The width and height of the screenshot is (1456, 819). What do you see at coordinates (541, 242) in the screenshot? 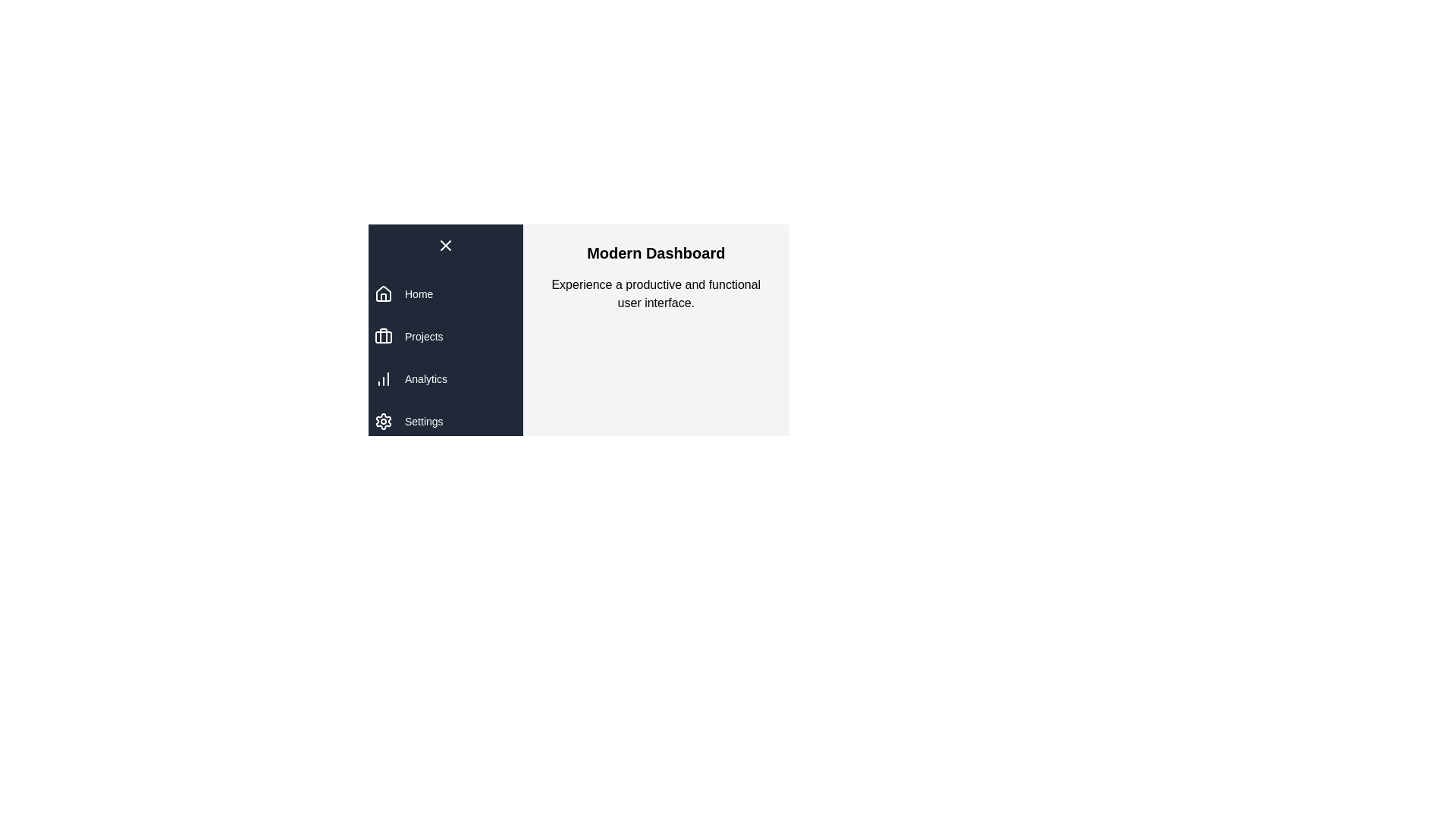
I see `the text 'Modern Dashboard Experience a productive and functional user interface.' in the main content area` at bounding box center [541, 242].